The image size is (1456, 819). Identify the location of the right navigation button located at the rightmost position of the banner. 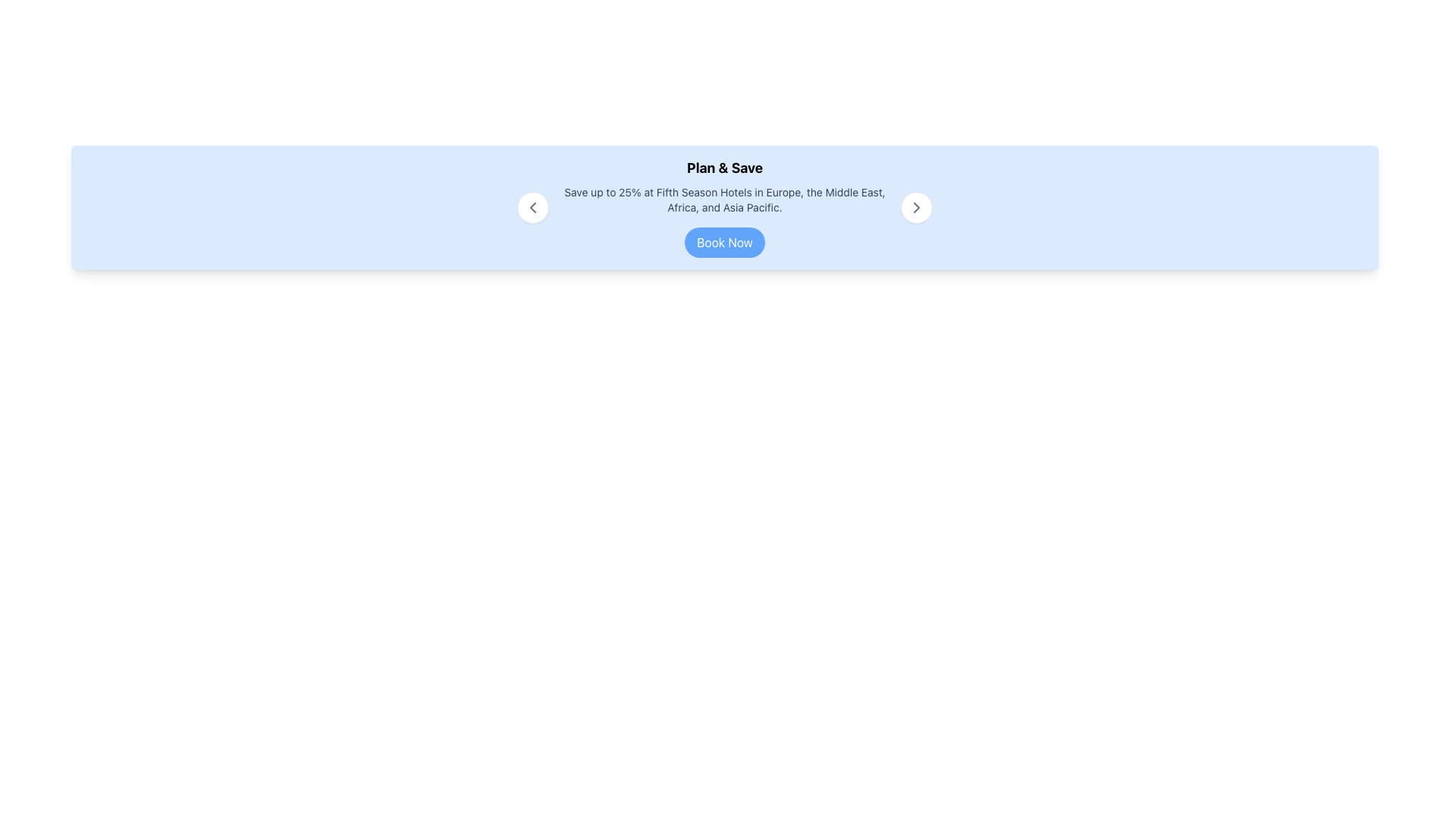
(916, 207).